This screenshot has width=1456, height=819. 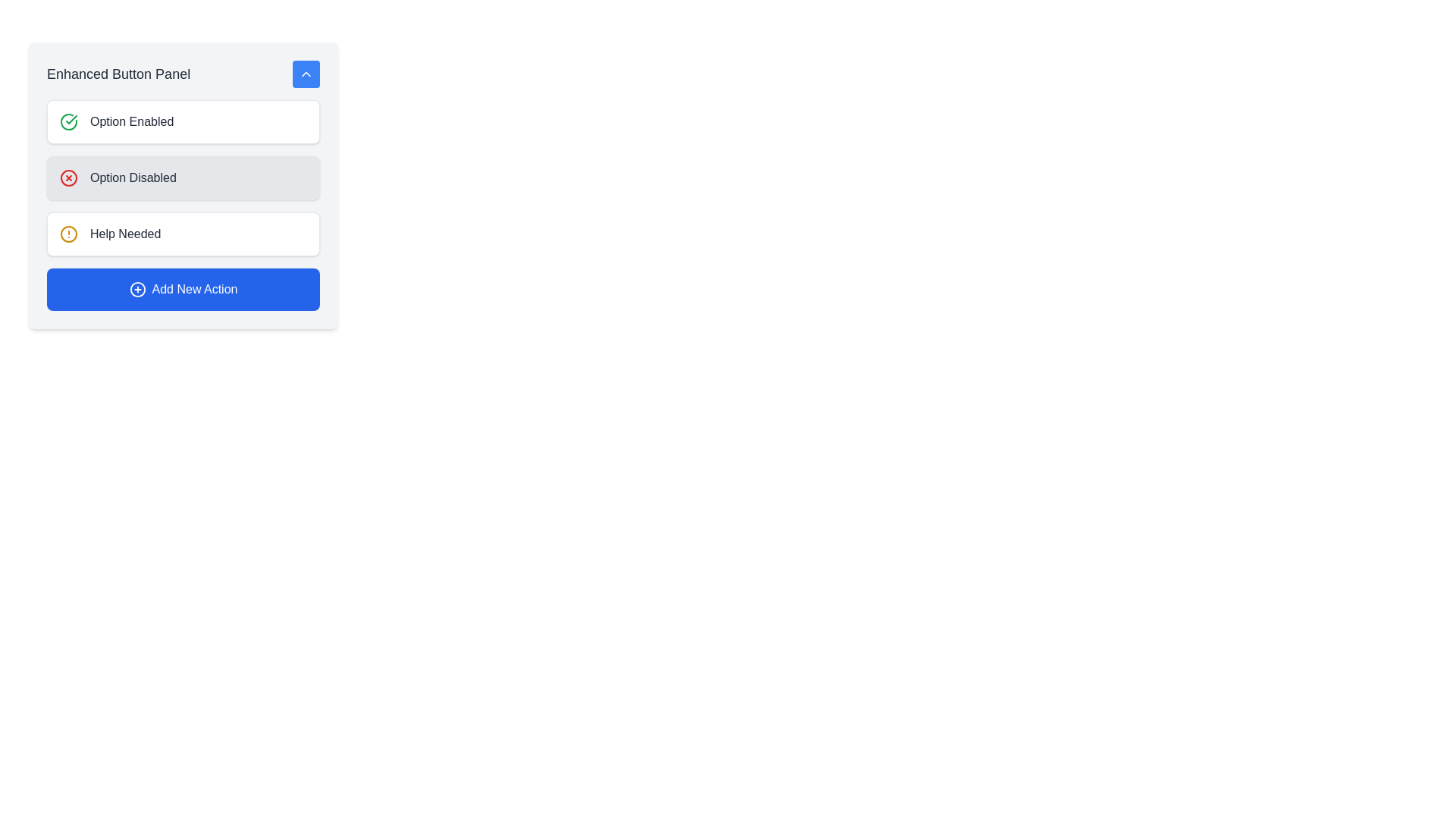 What do you see at coordinates (182, 205) in the screenshot?
I see `the informational panel labeled 'Option Disabled' located in the 'Enhanced Button Panel', which is the second element in the vertical stack` at bounding box center [182, 205].